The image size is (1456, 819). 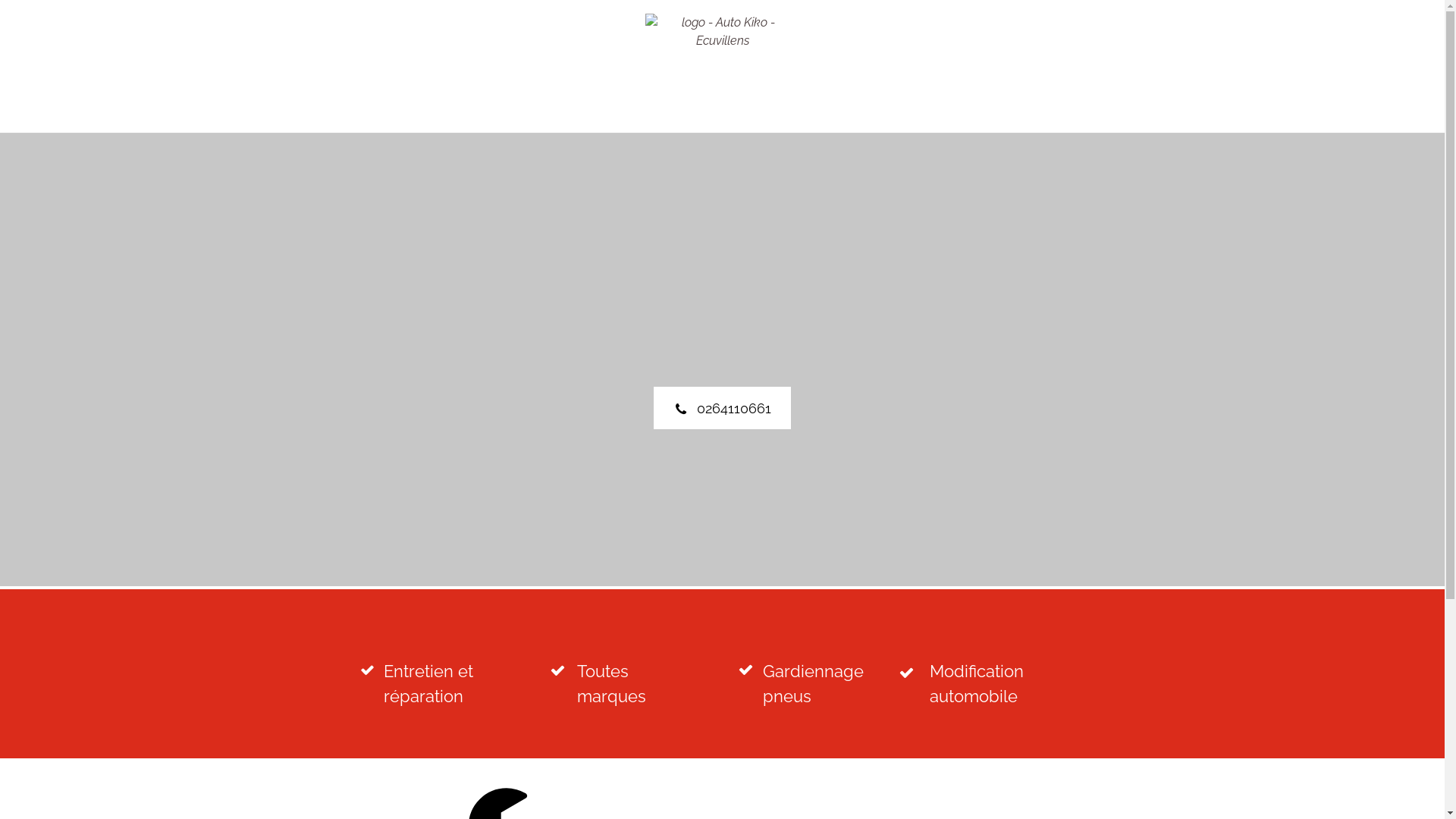 I want to click on '0264110661', so click(x=721, y=406).